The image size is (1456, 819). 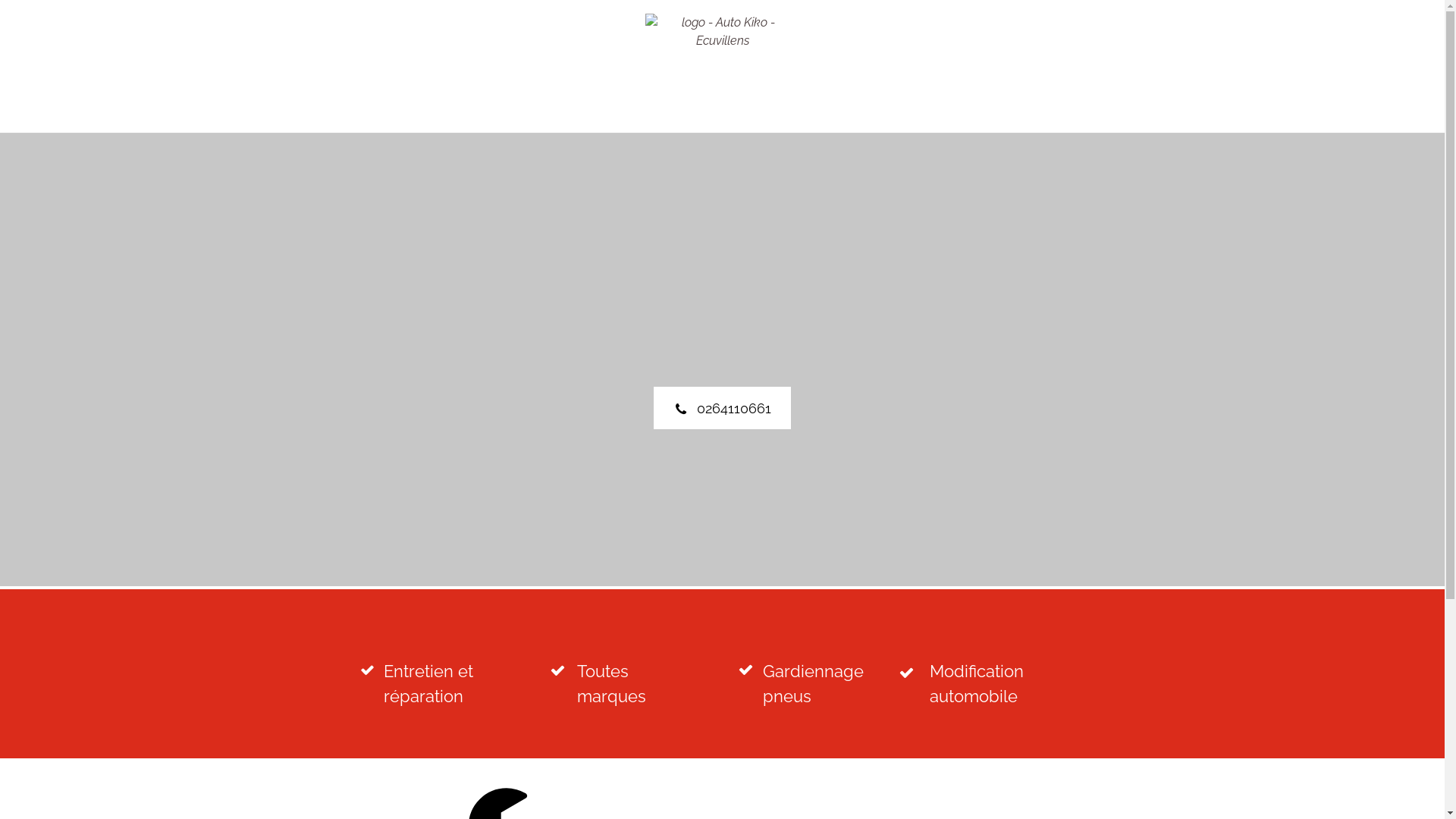 I want to click on '0264110661', so click(x=721, y=406).